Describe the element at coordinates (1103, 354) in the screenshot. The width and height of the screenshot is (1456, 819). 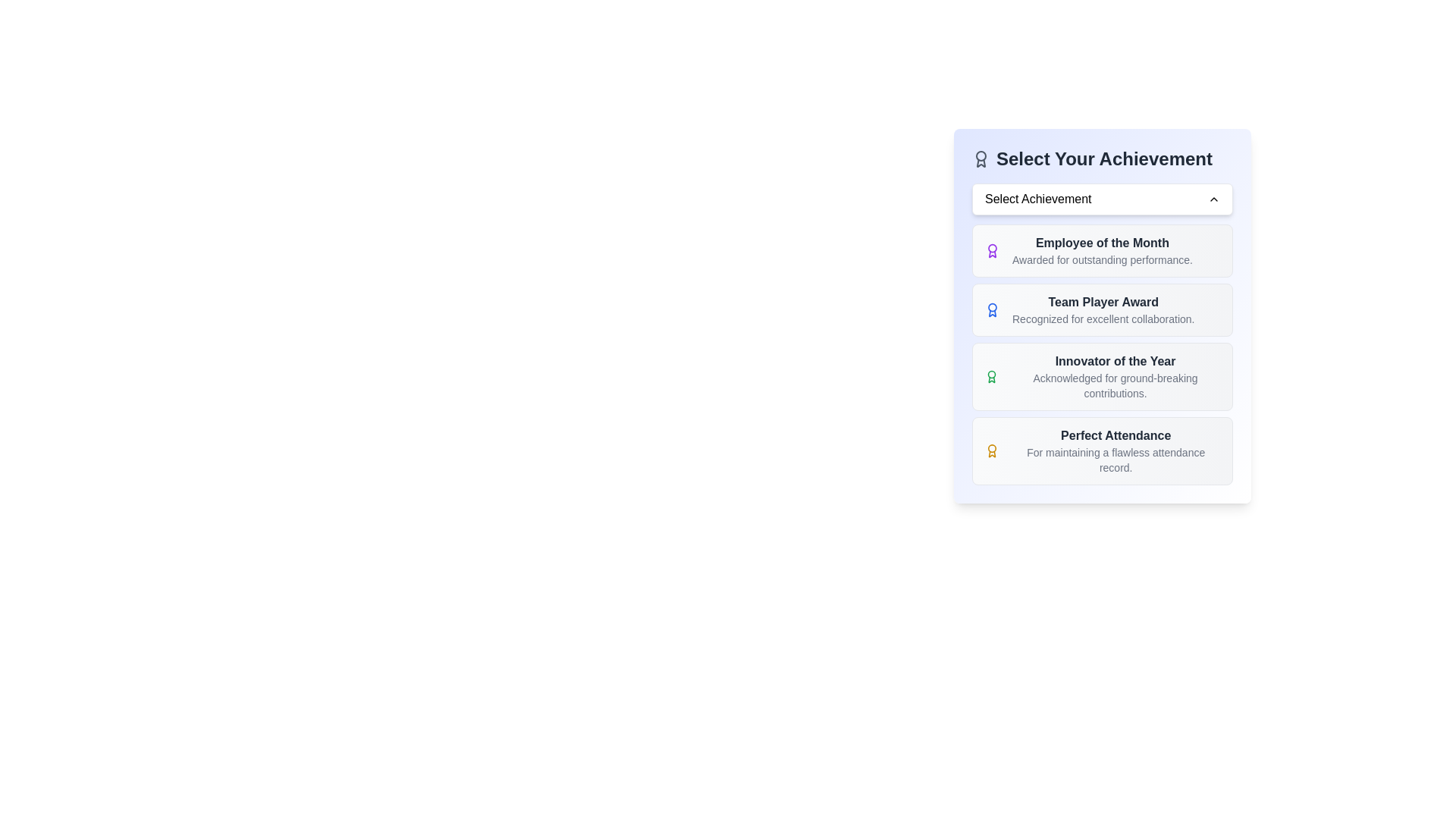
I see `the 'Innovator of the Year' award card located in the 'Select Your Achievement' section` at that location.